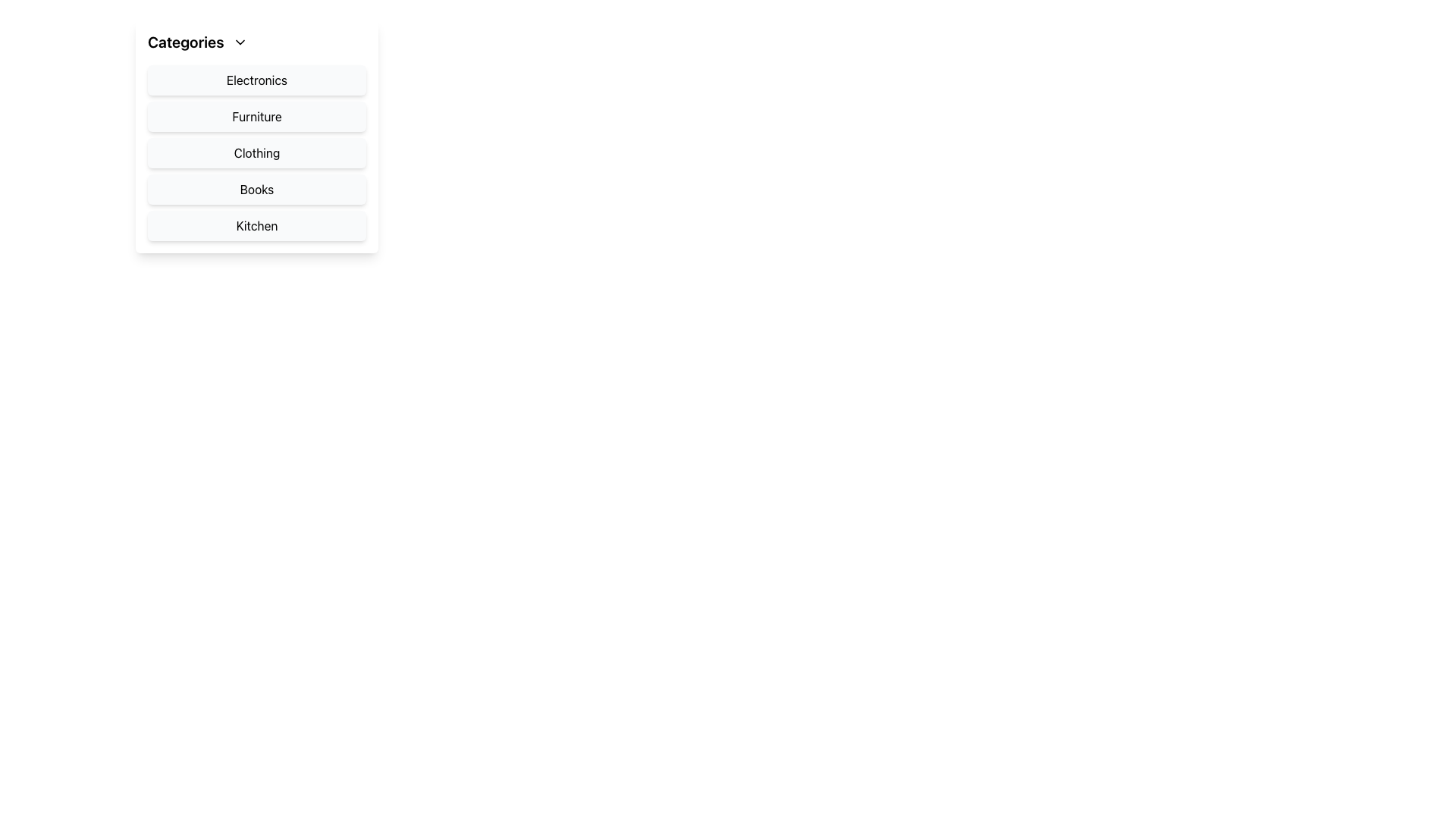  What do you see at coordinates (257, 136) in the screenshot?
I see `the 'Clothing' category in the list of categories, which is the third option below 'Furniture' and above 'Books'` at bounding box center [257, 136].